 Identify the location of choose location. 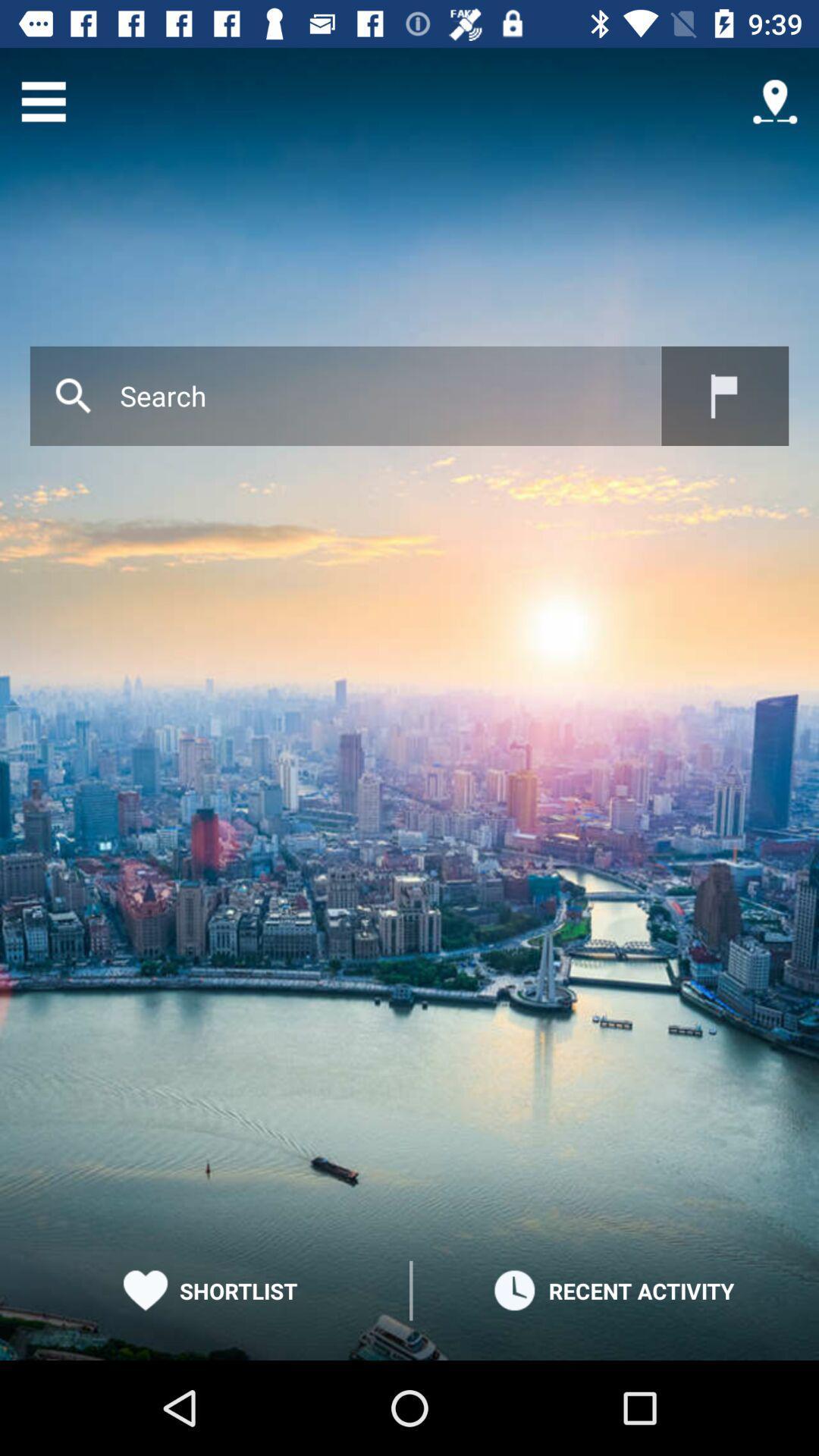
(724, 396).